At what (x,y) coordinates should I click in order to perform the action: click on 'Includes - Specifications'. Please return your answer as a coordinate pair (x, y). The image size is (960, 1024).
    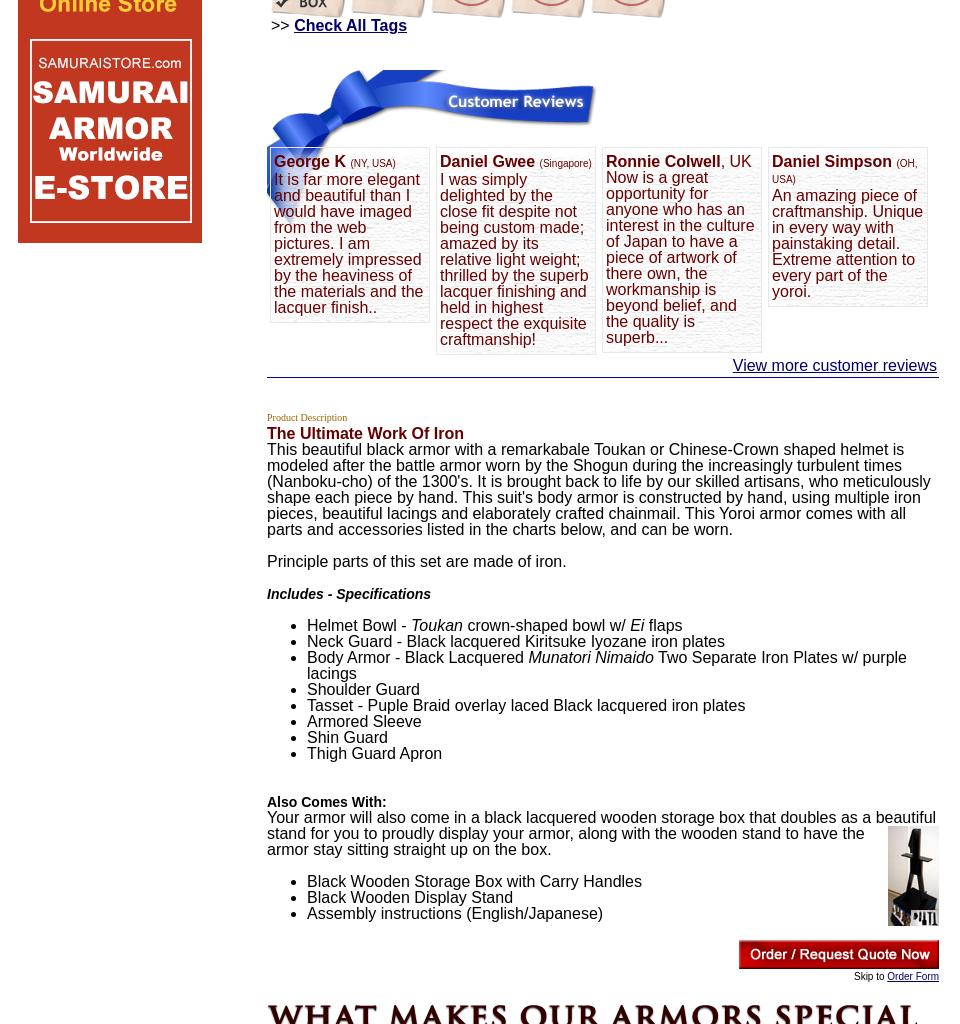
    Looking at the image, I should click on (265, 593).